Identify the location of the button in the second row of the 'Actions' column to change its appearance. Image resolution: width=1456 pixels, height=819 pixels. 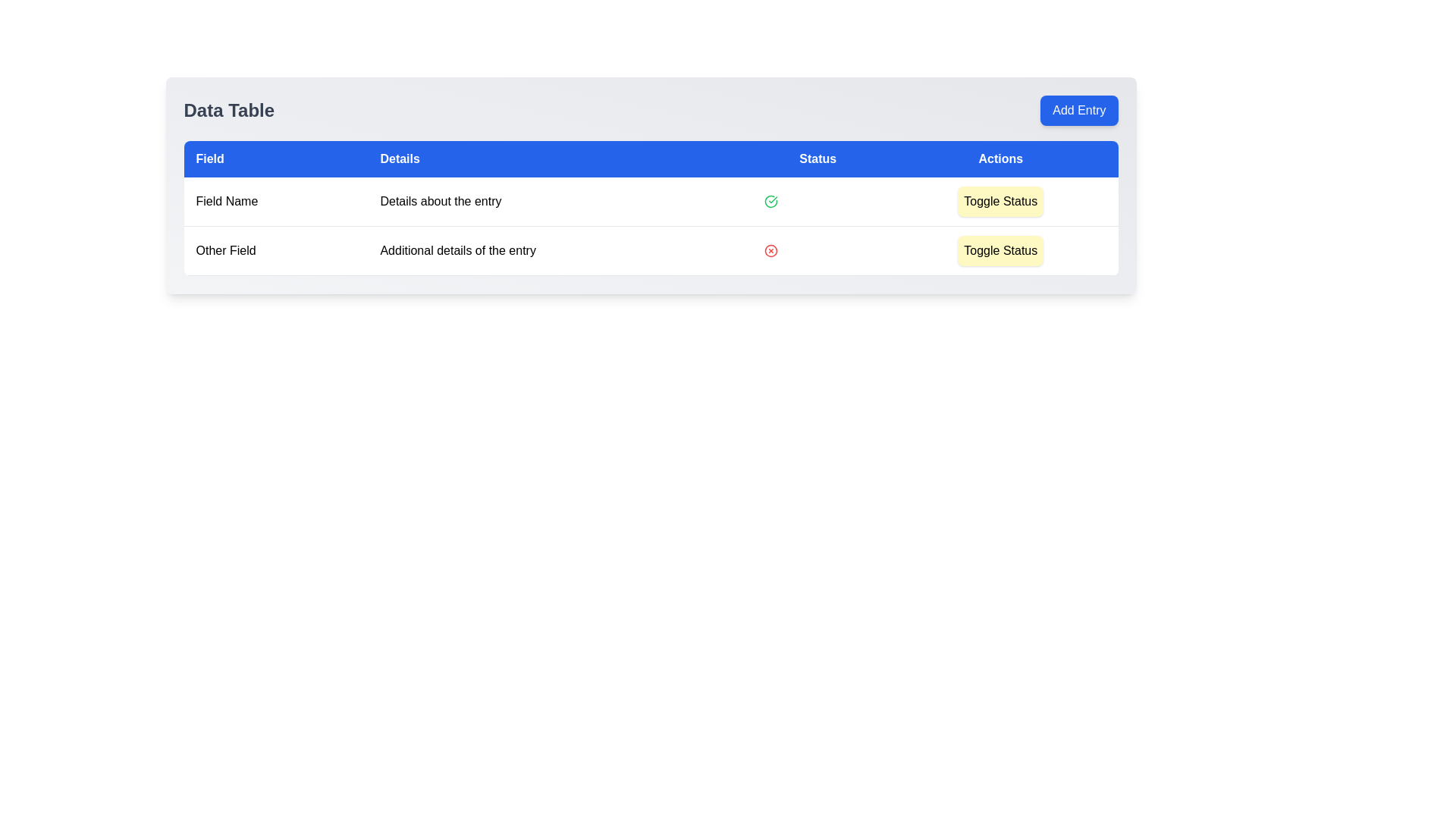
(1000, 250).